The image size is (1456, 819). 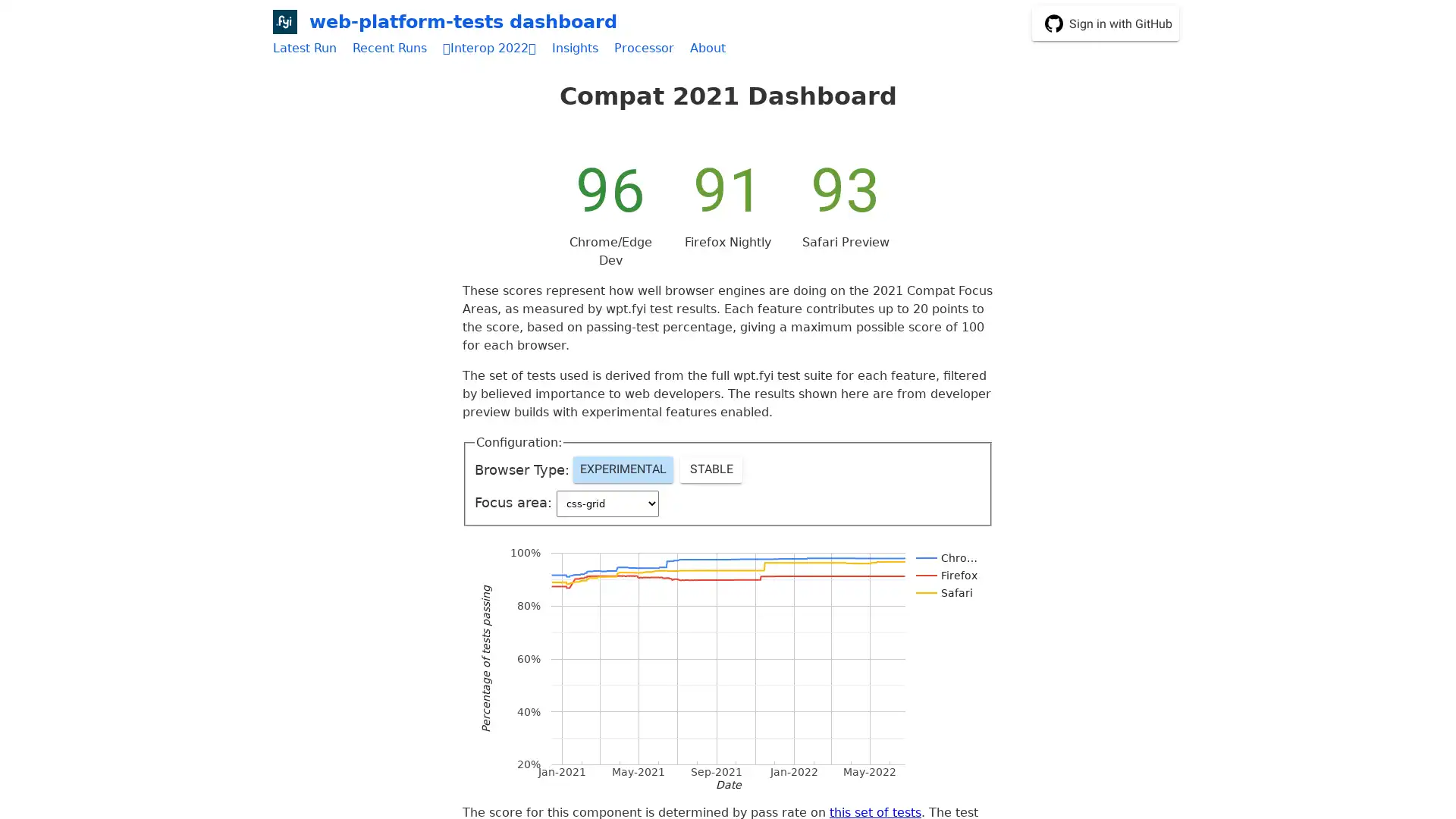 What do you see at coordinates (1106, 23) in the screenshot?
I see `Sign in with GitHub` at bounding box center [1106, 23].